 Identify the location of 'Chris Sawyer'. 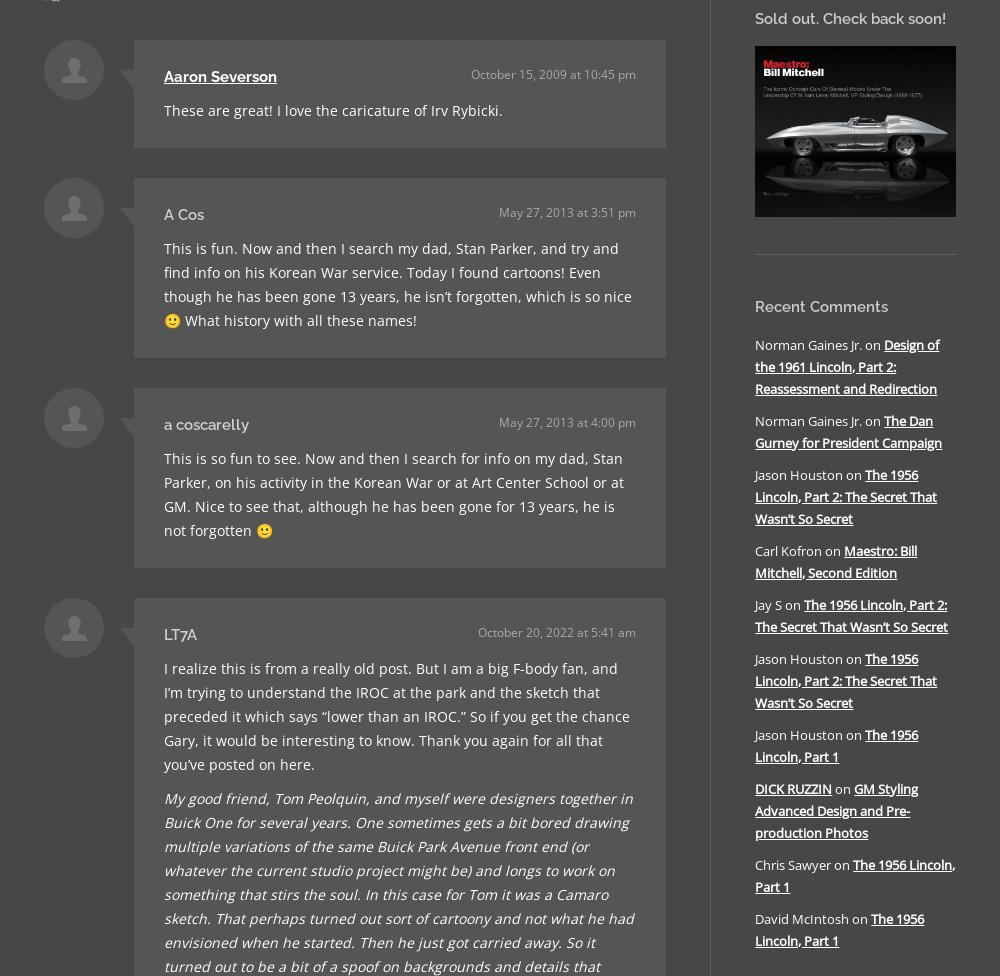
(755, 862).